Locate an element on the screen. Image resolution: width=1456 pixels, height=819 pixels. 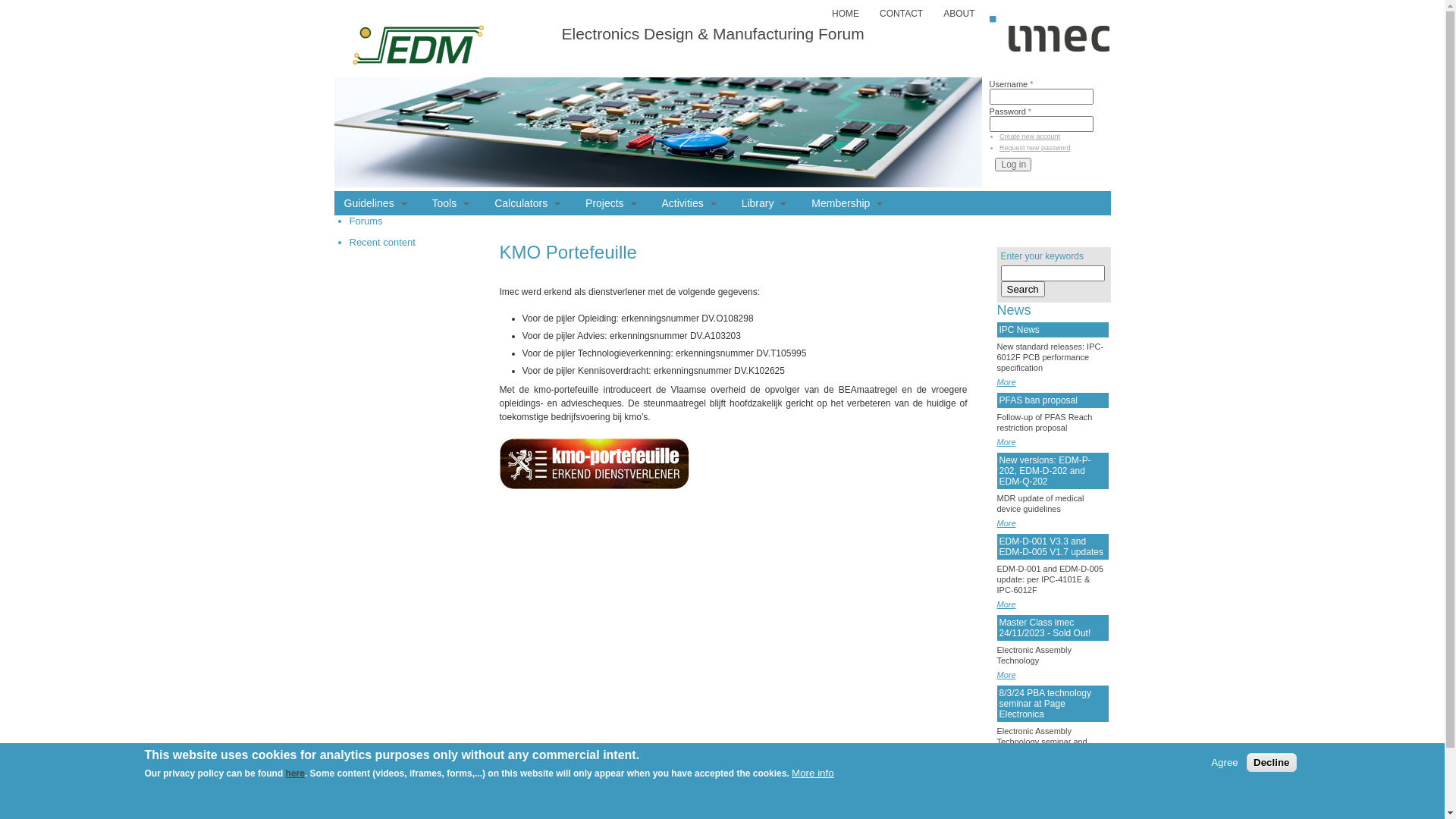
'HOME' is located at coordinates (844, 14).